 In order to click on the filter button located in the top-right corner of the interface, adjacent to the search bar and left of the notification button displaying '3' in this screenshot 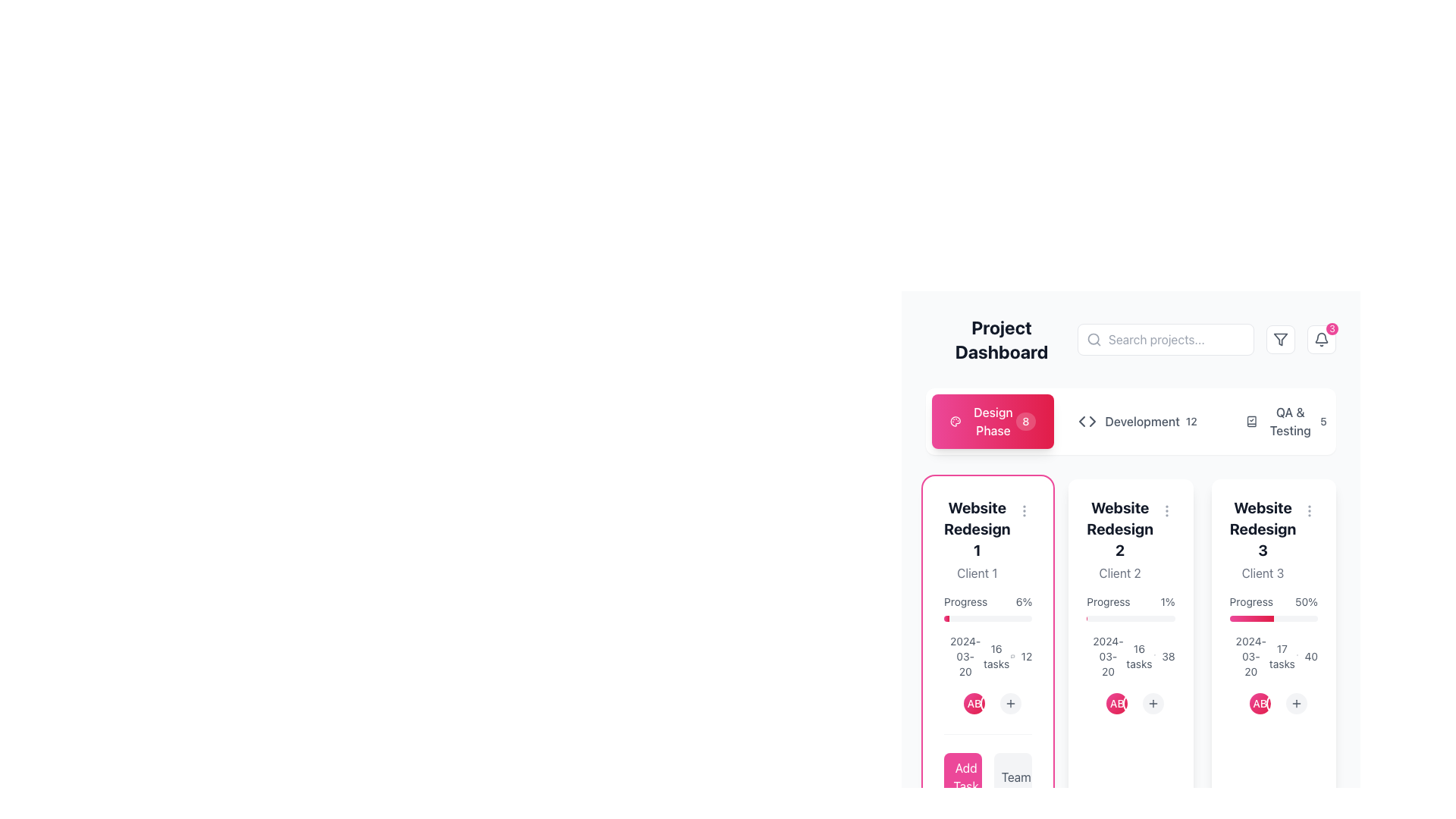, I will do `click(1280, 338)`.